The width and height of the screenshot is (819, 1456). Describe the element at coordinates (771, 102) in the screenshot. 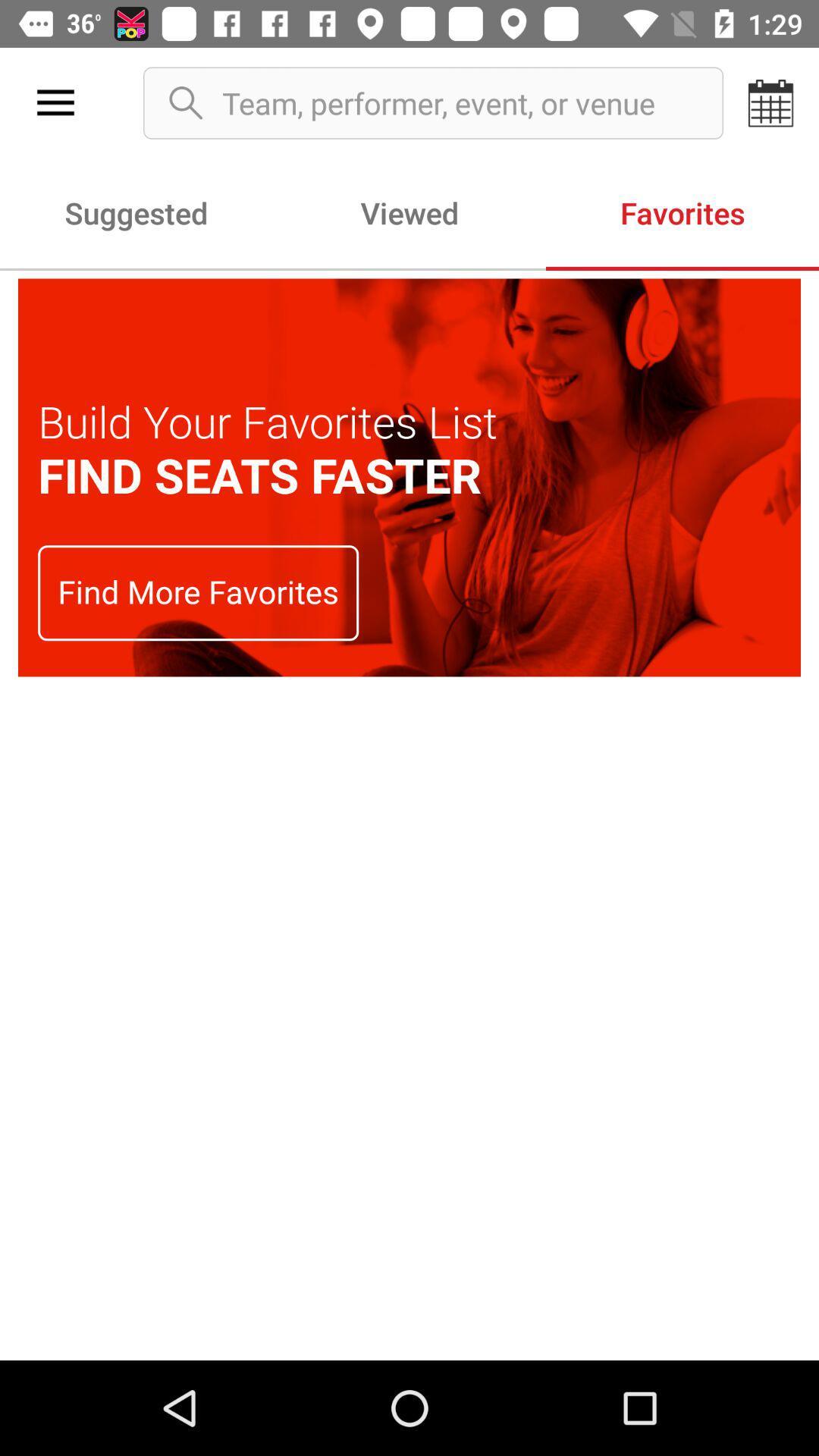

I see `the item above favorites` at that location.